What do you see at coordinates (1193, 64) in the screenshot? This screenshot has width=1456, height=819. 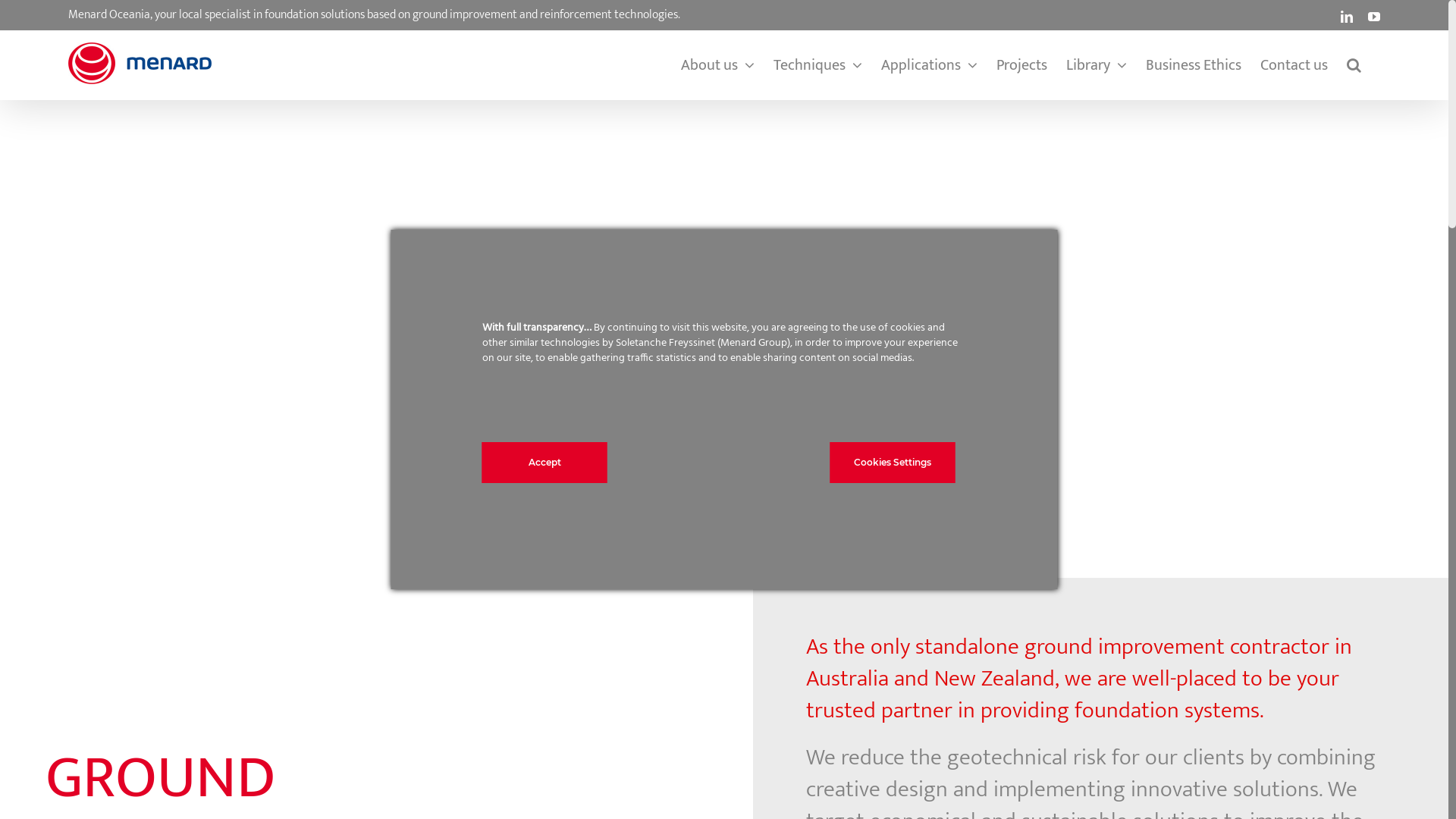 I see `'Business Ethics'` at bounding box center [1193, 64].